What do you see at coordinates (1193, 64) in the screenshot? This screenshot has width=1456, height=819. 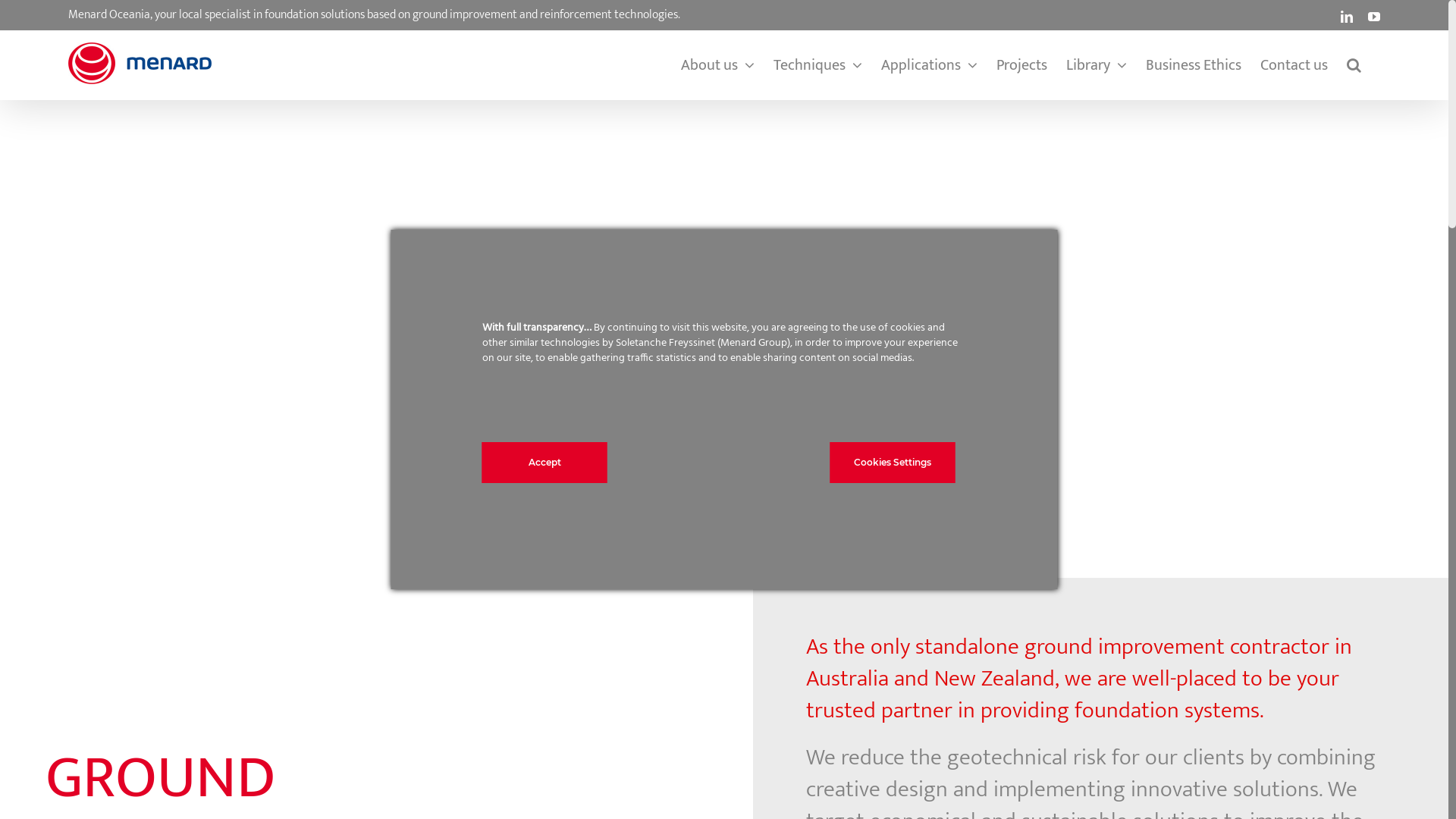 I see `'Business Ethics'` at bounding box center [1193, 64].